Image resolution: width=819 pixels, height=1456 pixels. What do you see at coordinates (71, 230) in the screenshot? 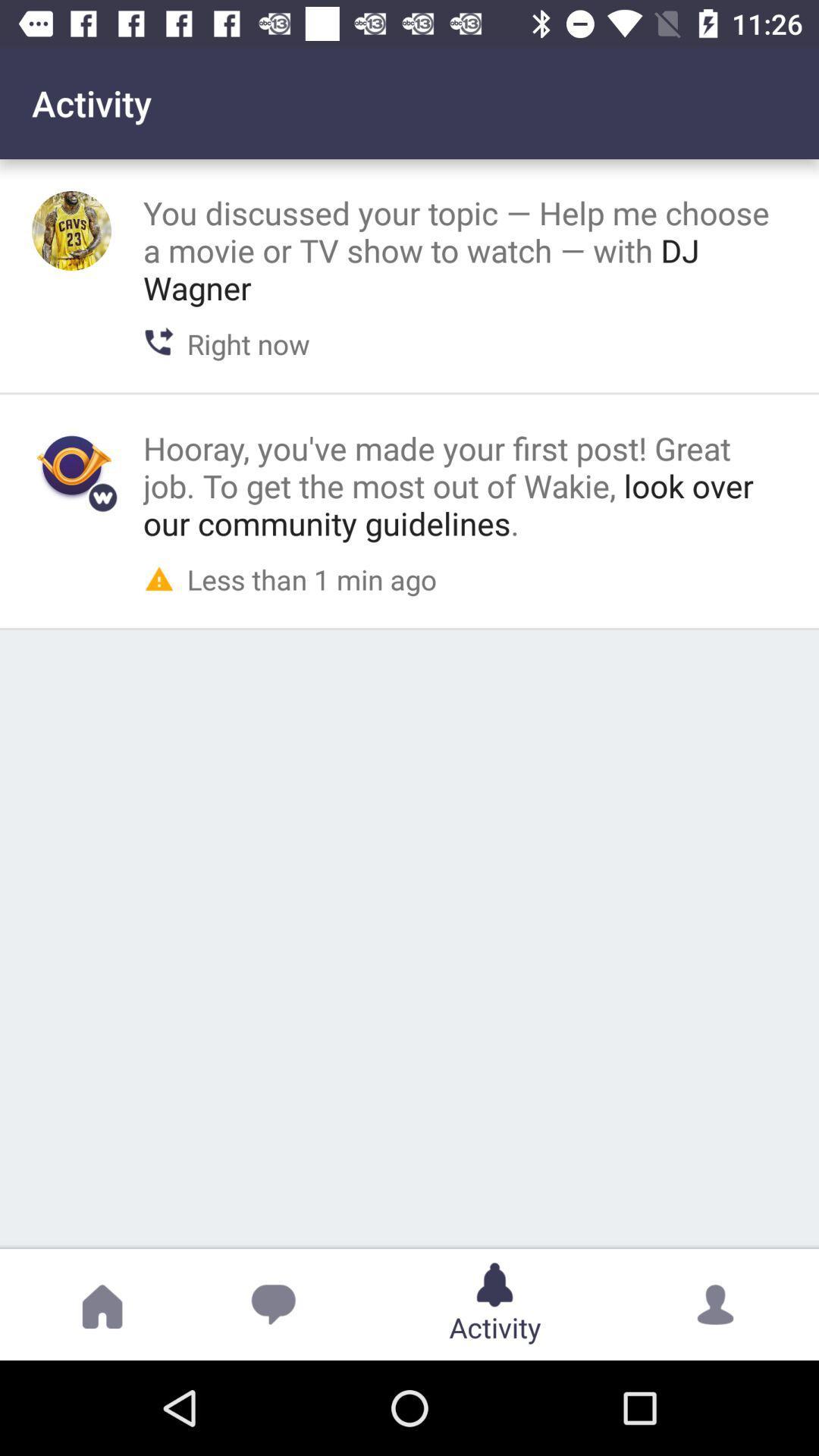
I see `share the article` at bounding box center [71, 230].